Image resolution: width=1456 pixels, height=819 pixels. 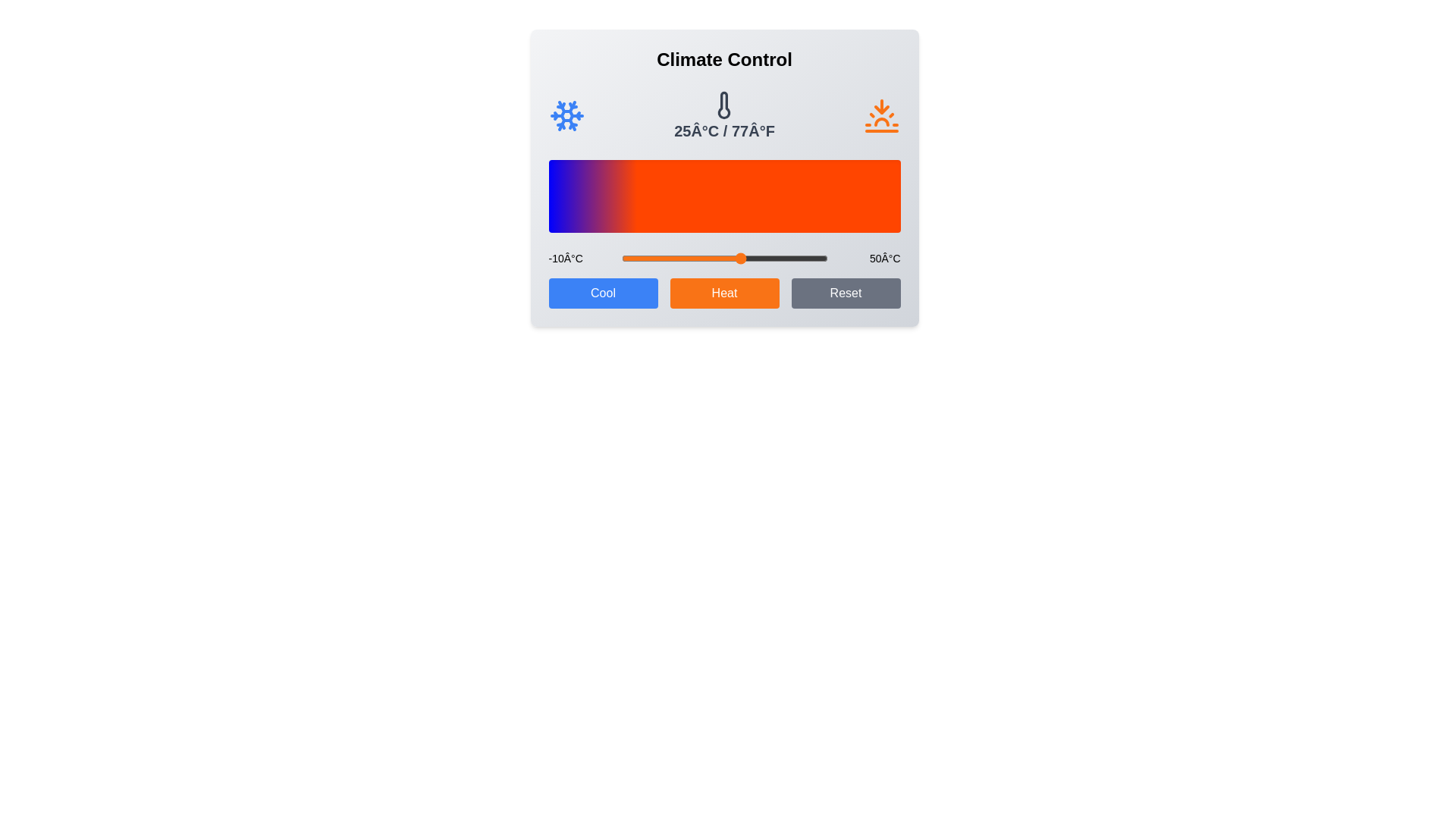 I want to click on the heat icon to trigger its visual feedback, so click(x=882, y=115).